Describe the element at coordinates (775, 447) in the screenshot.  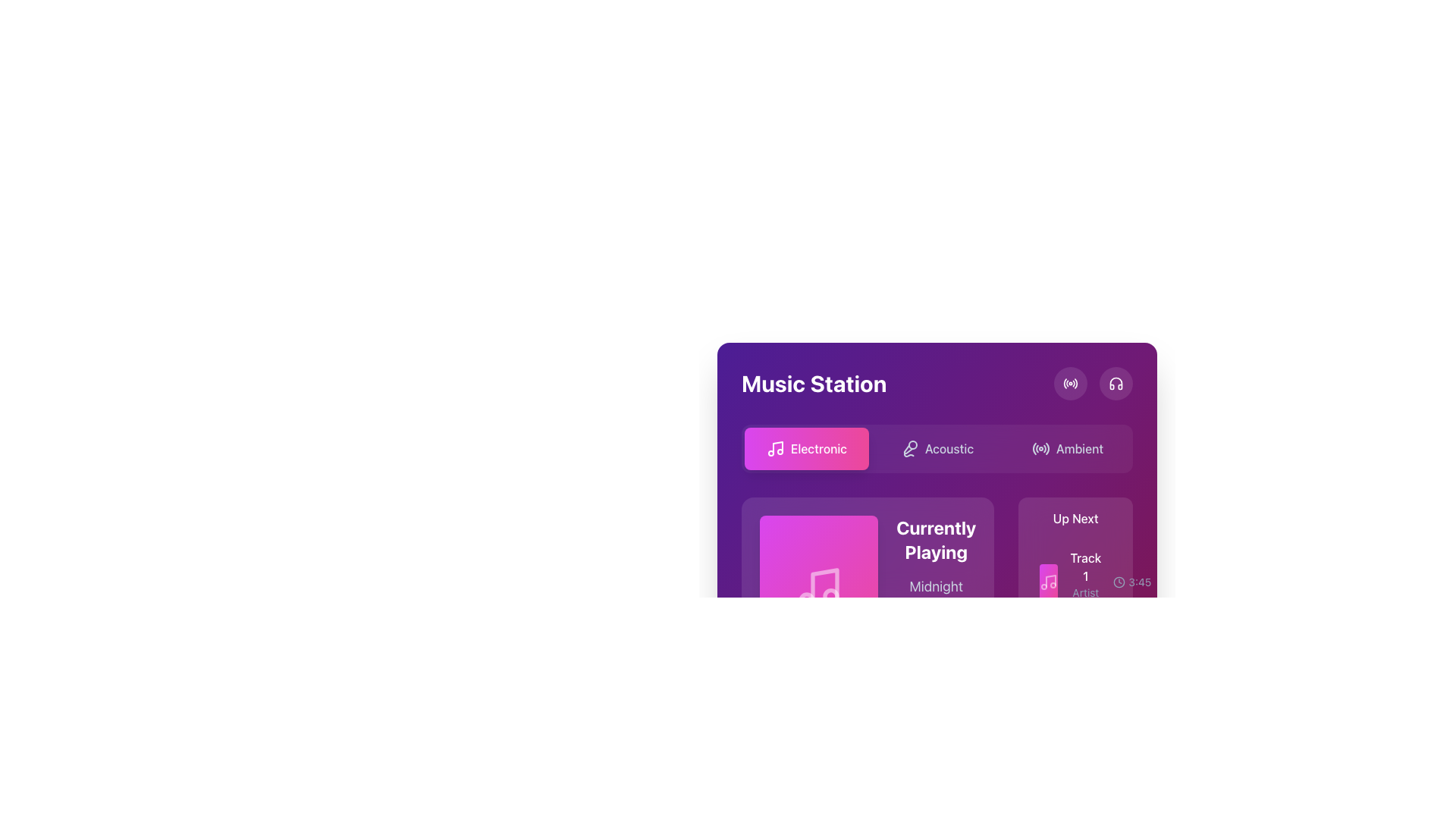
I see `the SVG Icon representing the 'Electronic' music category, which is located to the left of the label text within the 'Electronic' button` at that location.